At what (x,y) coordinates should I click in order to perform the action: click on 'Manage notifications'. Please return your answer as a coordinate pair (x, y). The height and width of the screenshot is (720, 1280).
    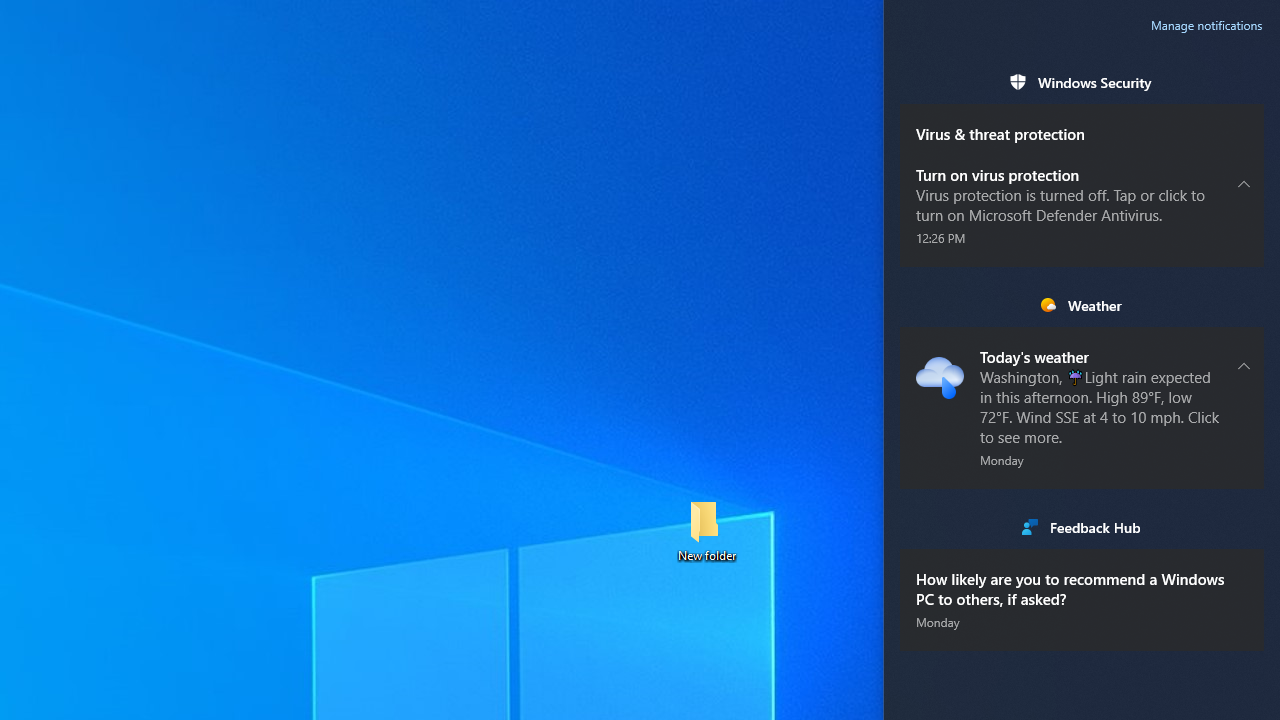
    Looking at the image, I should click on (1206, 25).